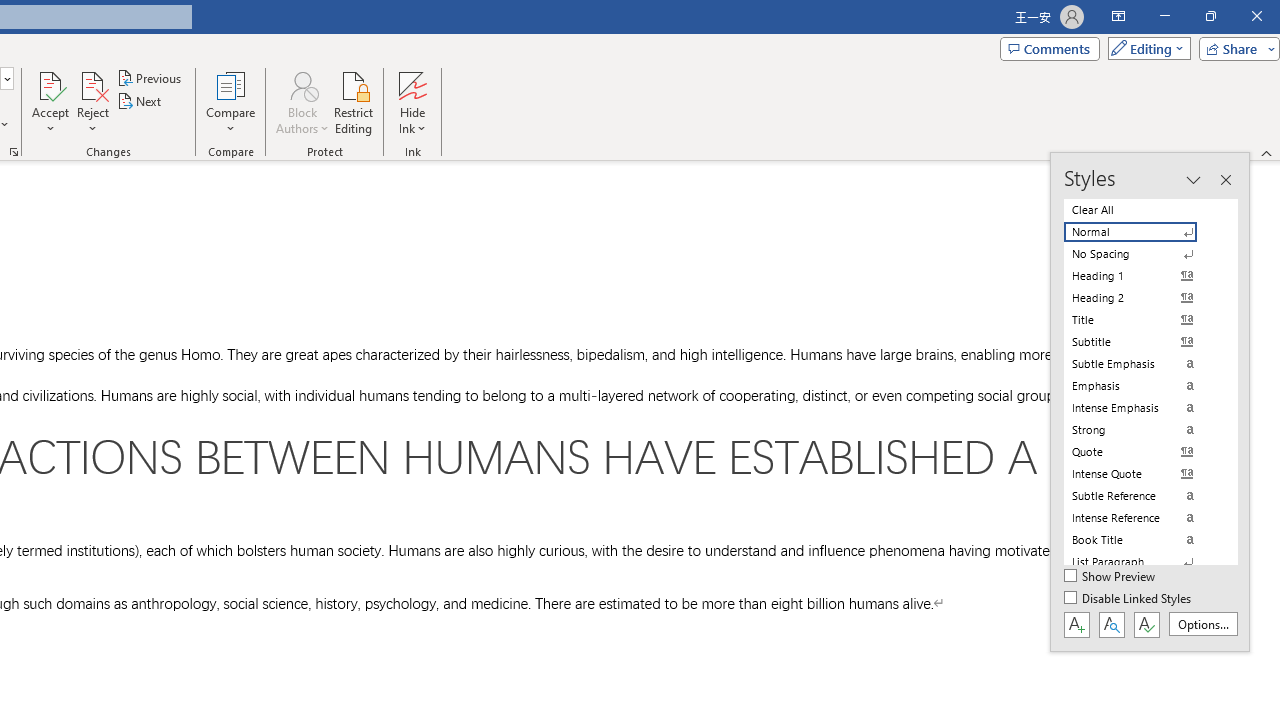 This screenshot has width=1280, height=720. I want to click on 'Disable Linked Styles', so click(1129, 598).